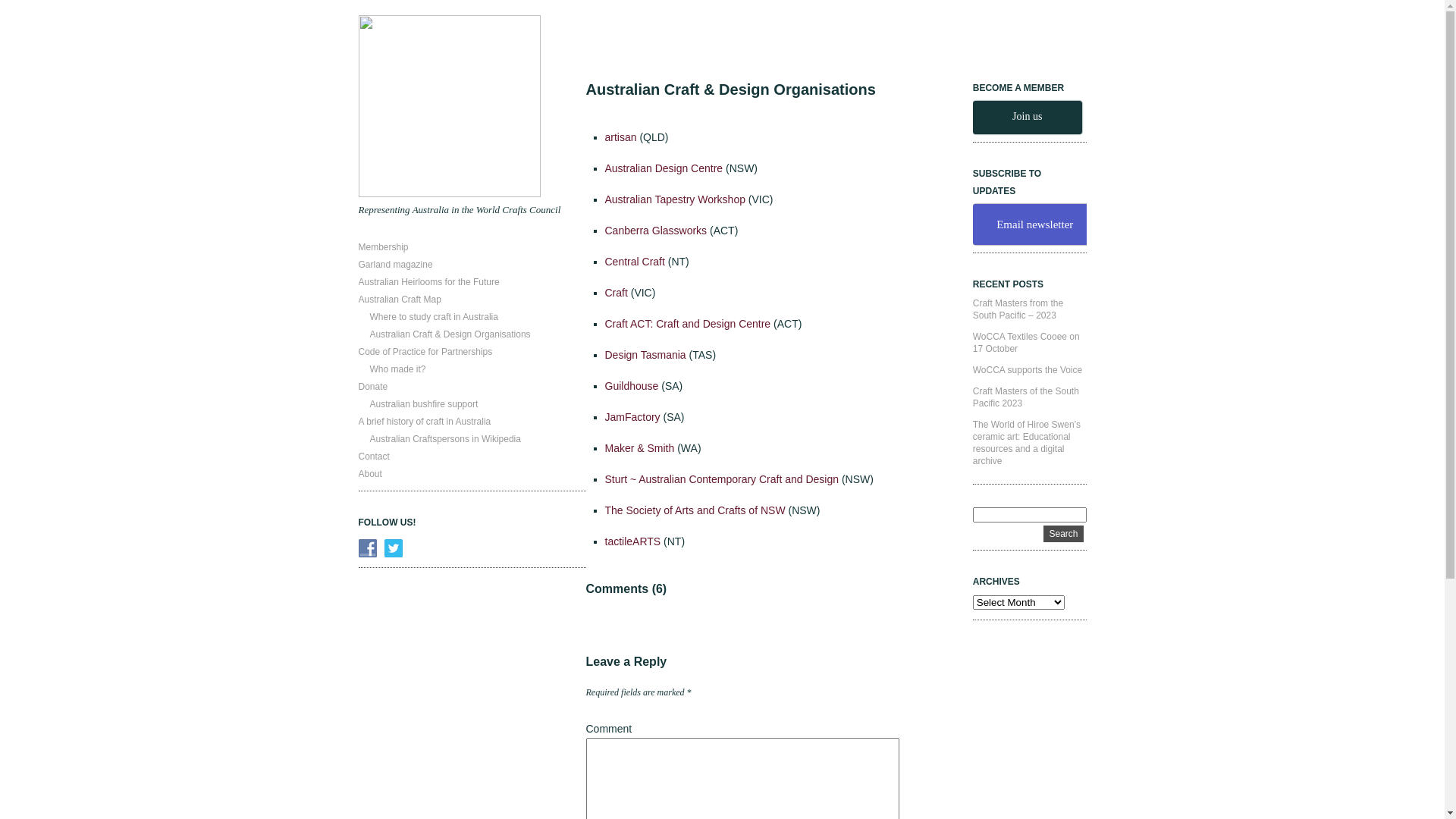 Image resolution: width=1456 pixels, height=819 pixels. Describe the element at coordinates (356, 455) in the screenshot. I see `'Contact'` at that location.